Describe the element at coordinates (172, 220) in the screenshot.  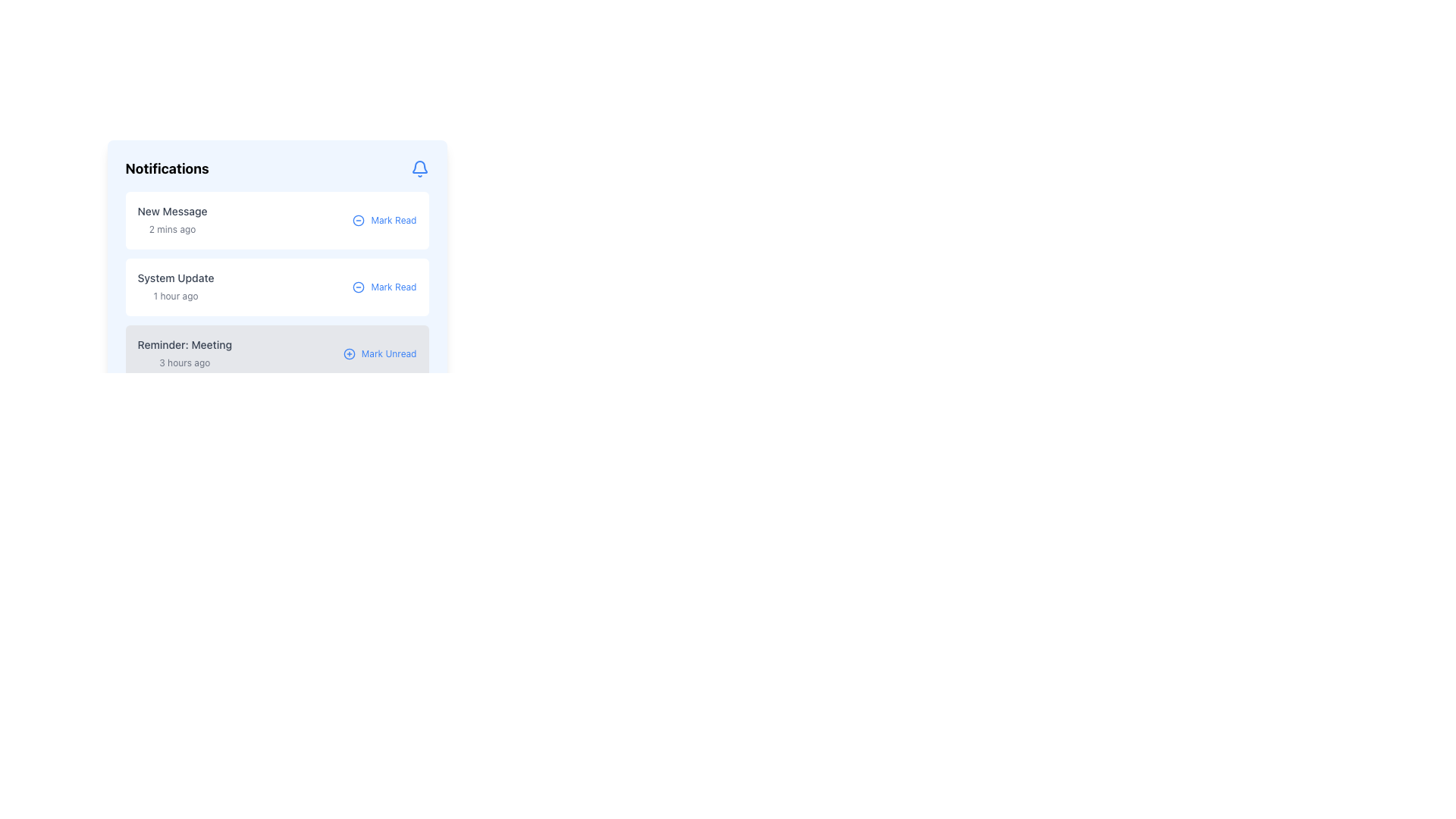
I see `informational text block displaying 'New Message' and '2 mins ago' located in the first notification card's left-aligned text area` at that location.